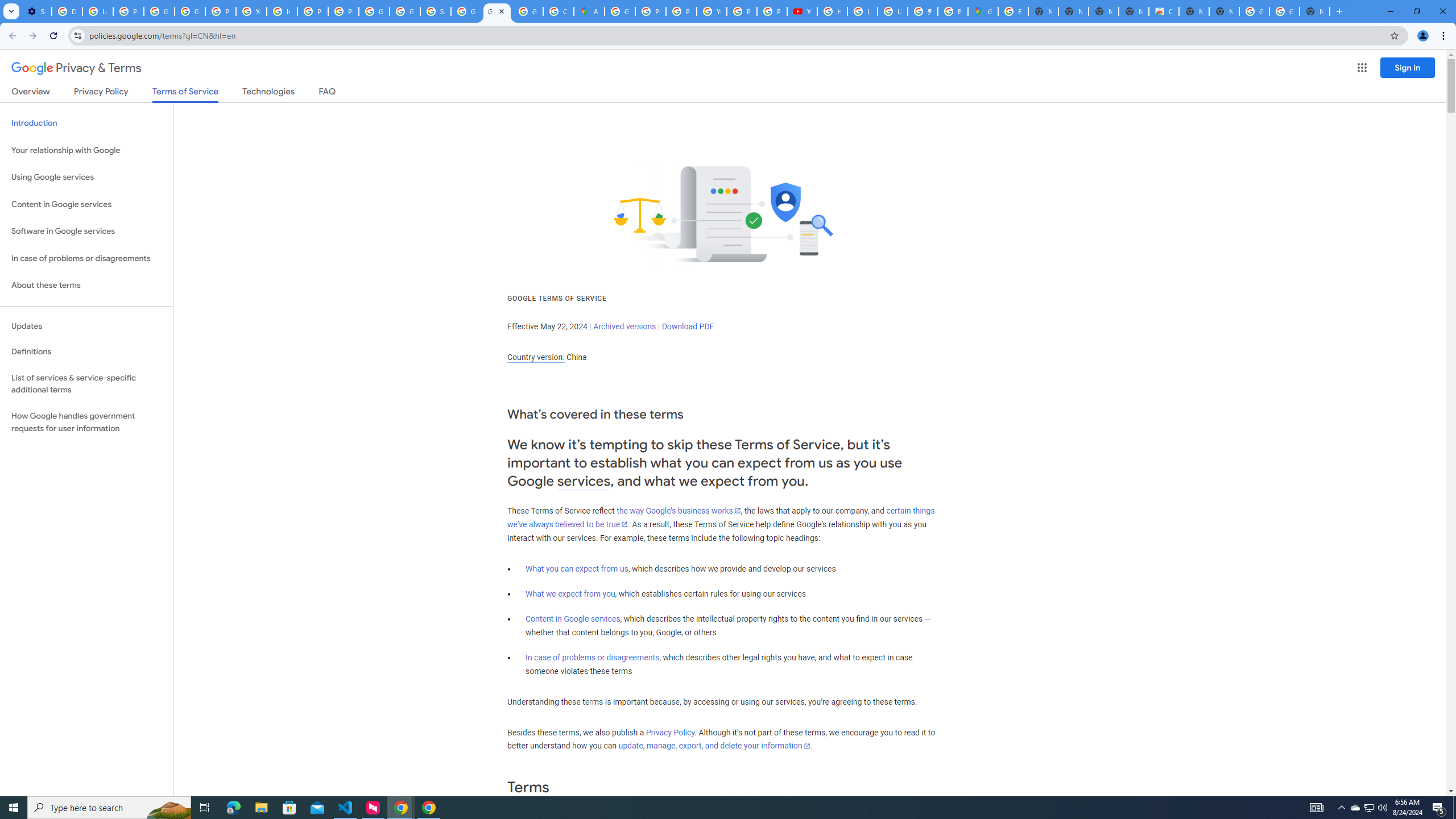  What do you see at coordinates (572, 618) in the screenshot?
I see `'Content in Google services'` at bounding box center [572, 618].